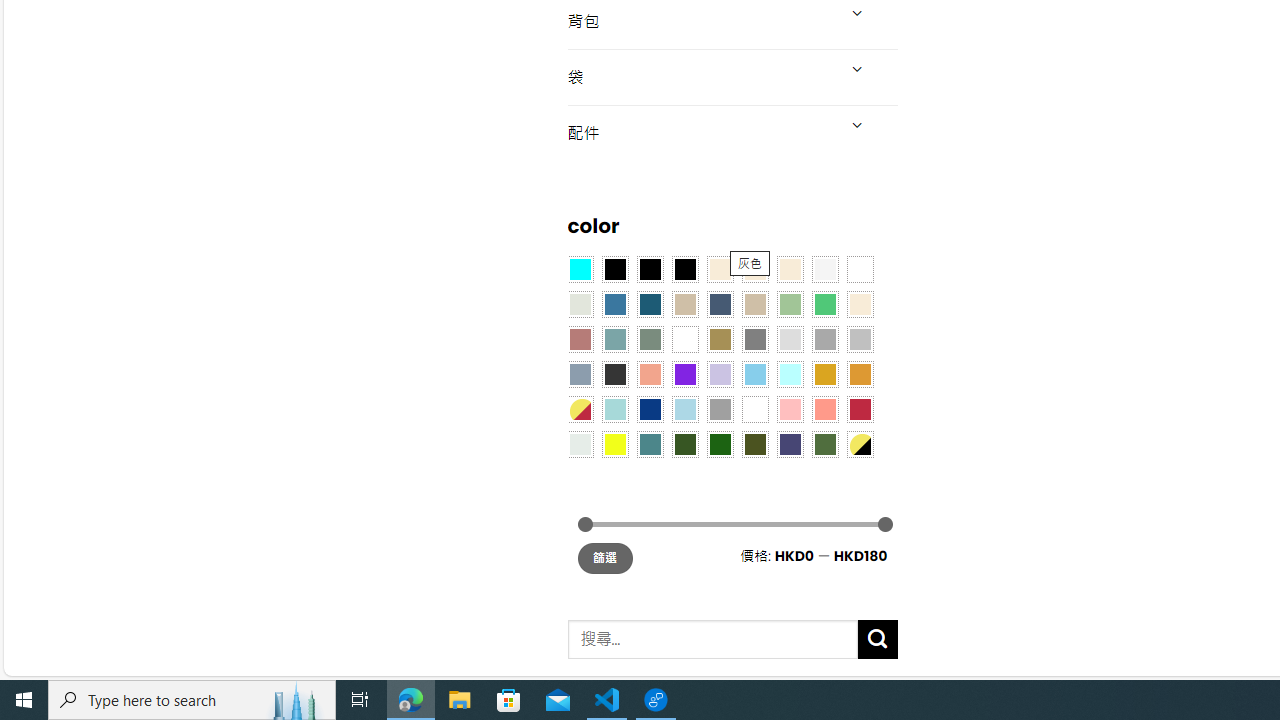 The height and width of the screenshot is (720, 1280). I want to click on 'Dull Nickle', so click(578, 443).